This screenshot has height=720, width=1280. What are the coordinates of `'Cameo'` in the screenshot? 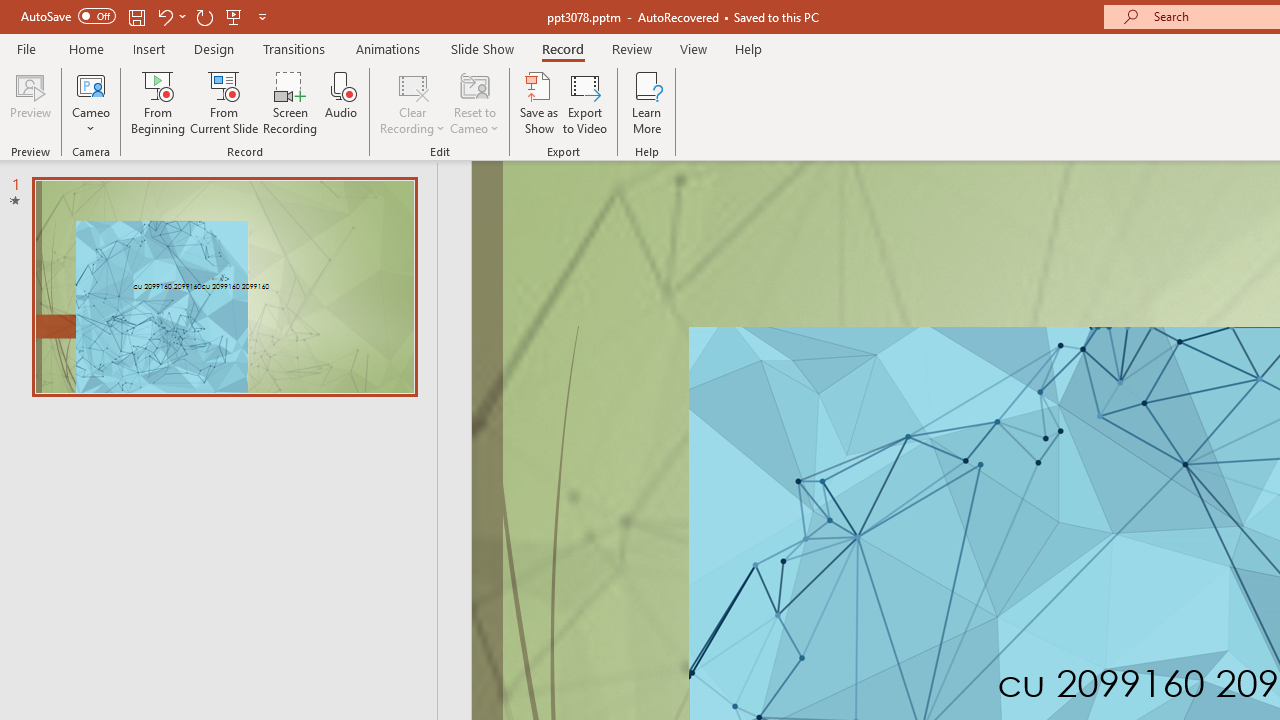 It's located at (90, 103).